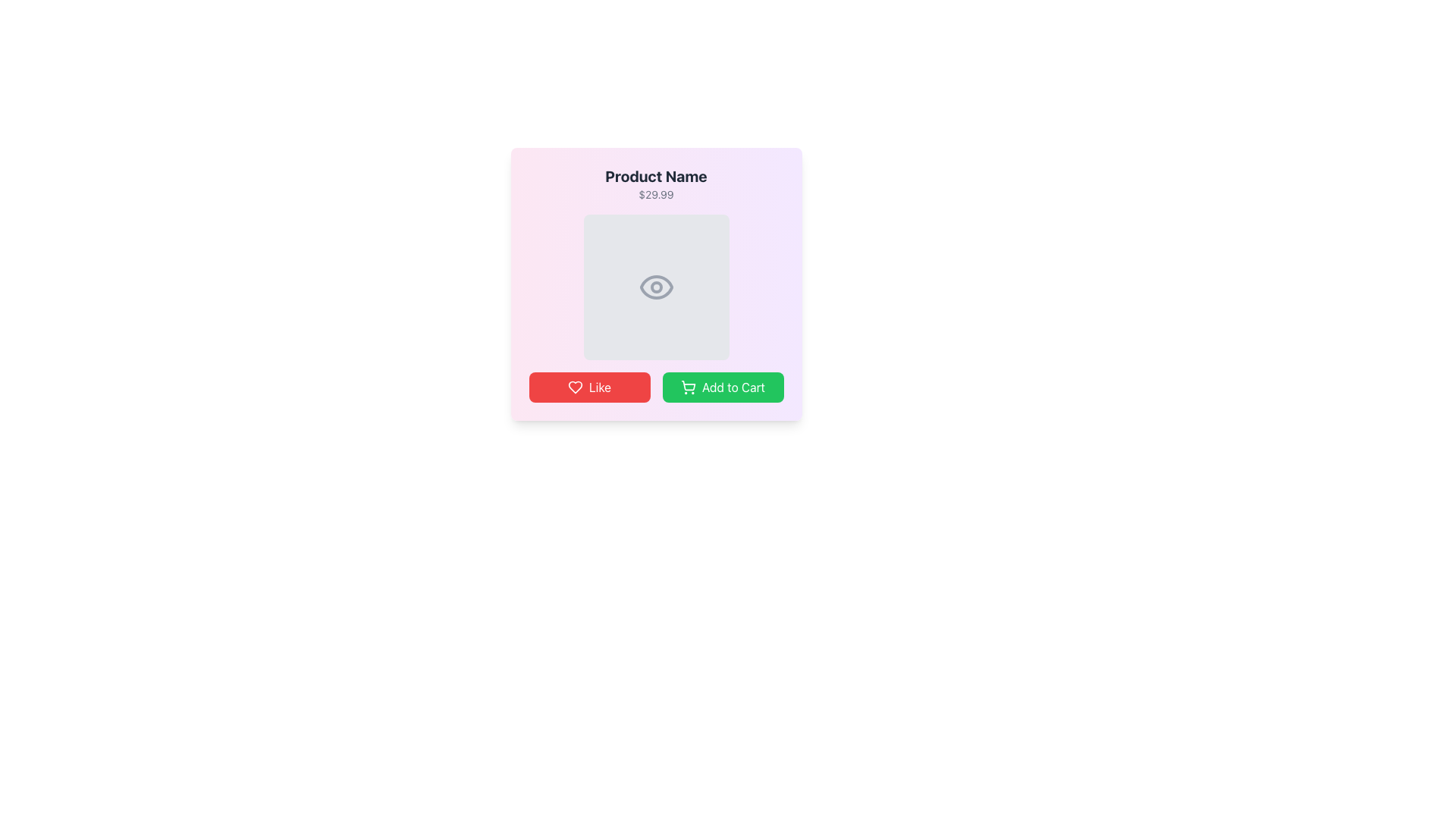  I want to click on the 'Like' text label element, which is styled with a light font and white color, positioned inside a red rectangular button and aligned to the right of a heart icon, so click(599, 386).